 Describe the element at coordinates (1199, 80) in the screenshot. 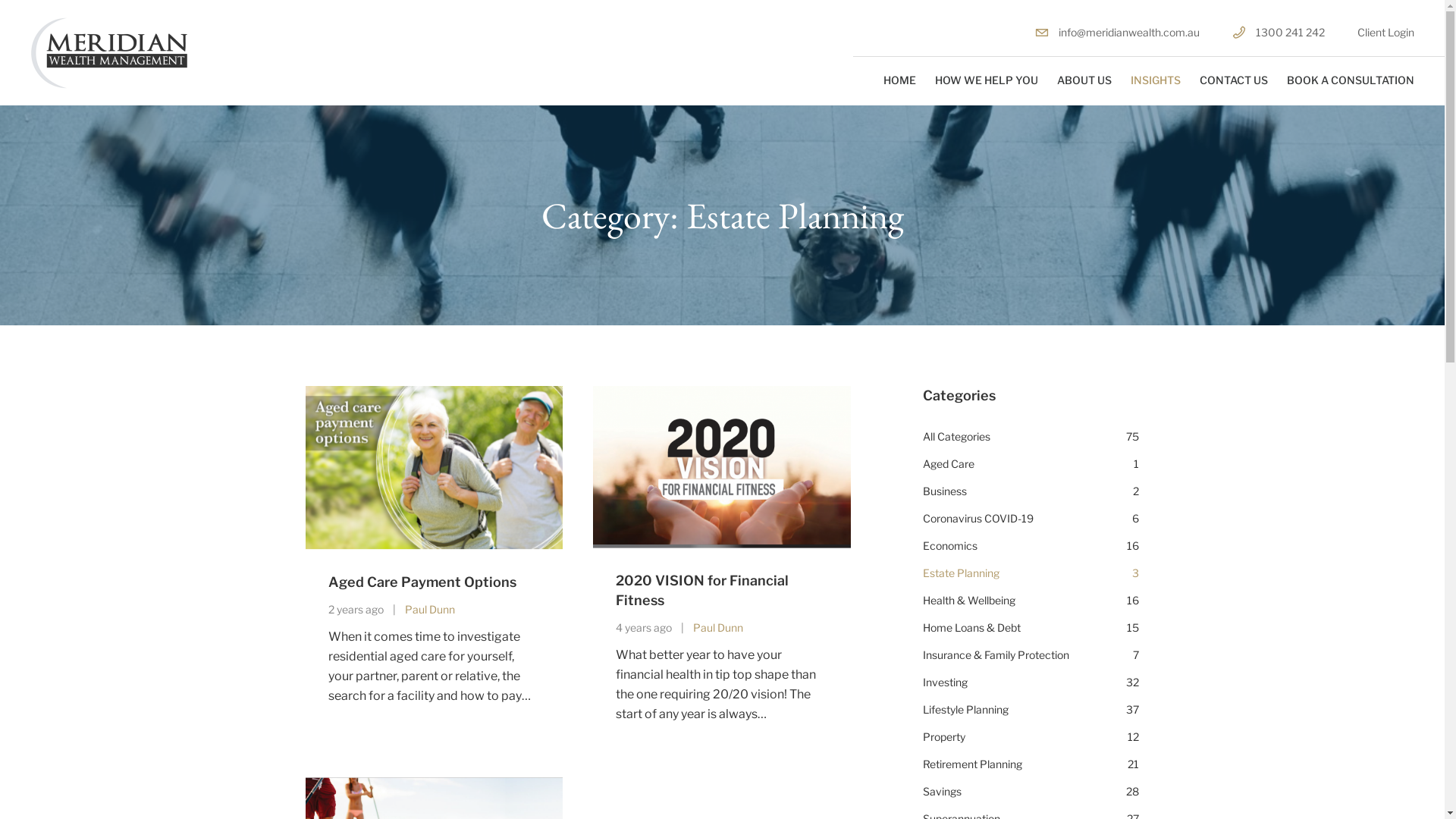

I see `'CONTACT US'` at that location.